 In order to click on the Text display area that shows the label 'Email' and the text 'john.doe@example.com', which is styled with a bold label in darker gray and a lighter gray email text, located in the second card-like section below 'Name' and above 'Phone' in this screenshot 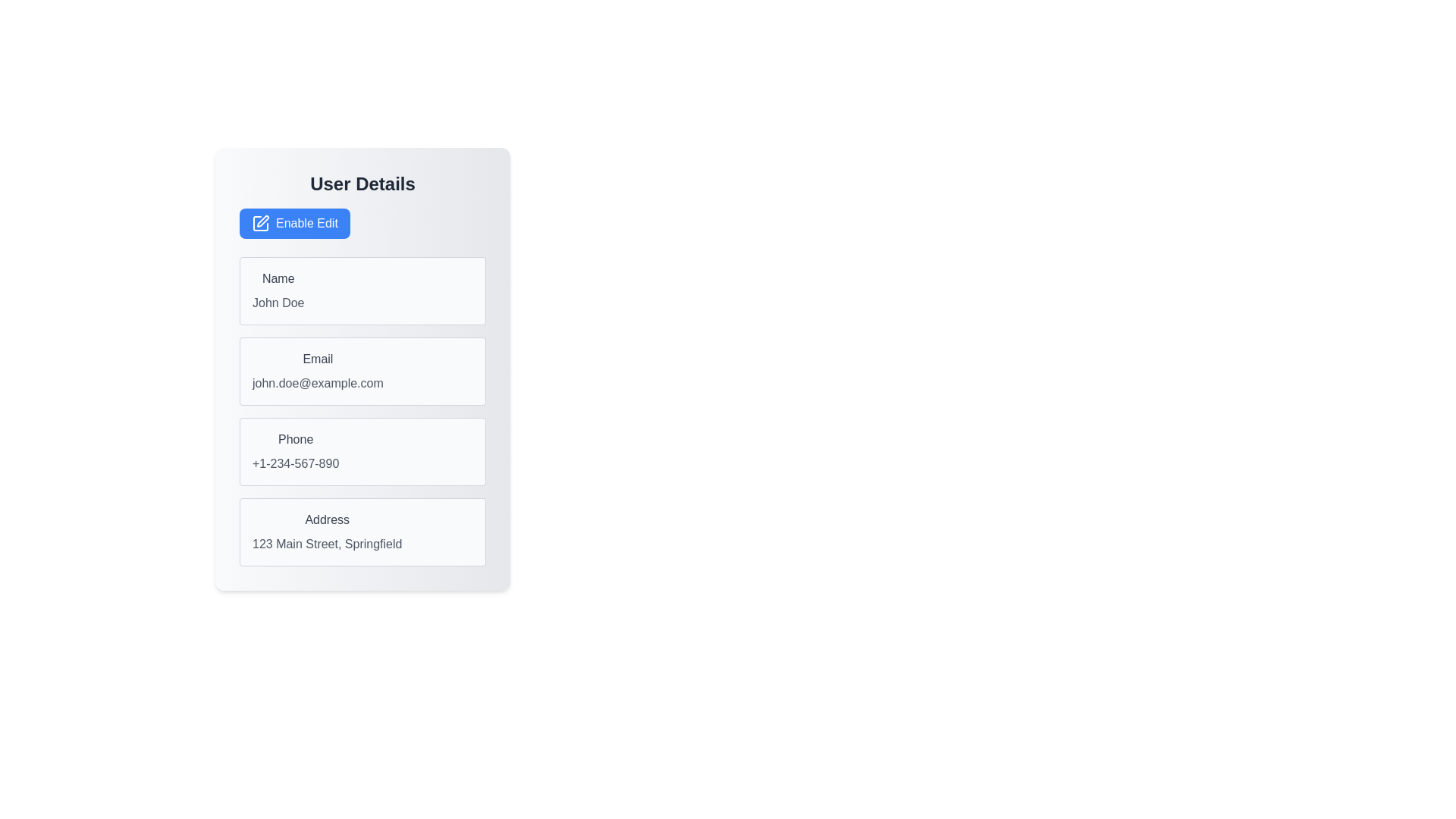, I will do `click(317, 371)`.